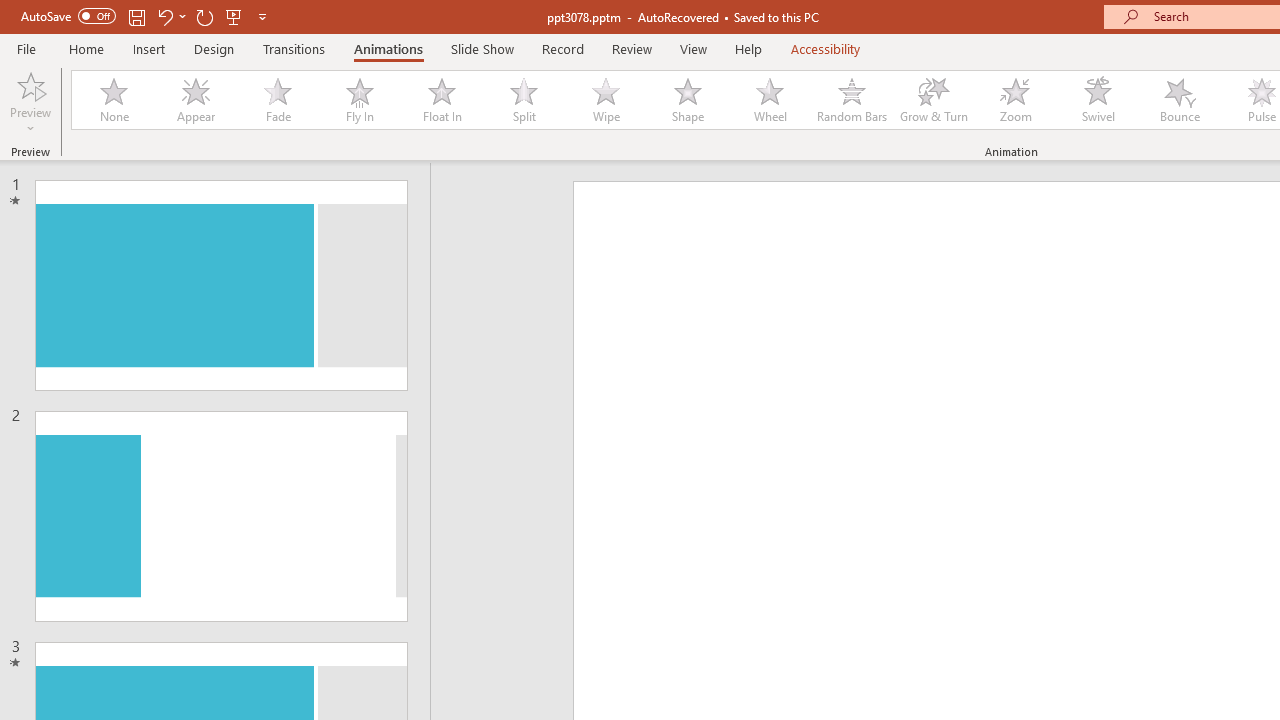  What do you see at coordinates (688, 100) in the screenshot?
I see `'Shape'` at bounding box center [688, 100].